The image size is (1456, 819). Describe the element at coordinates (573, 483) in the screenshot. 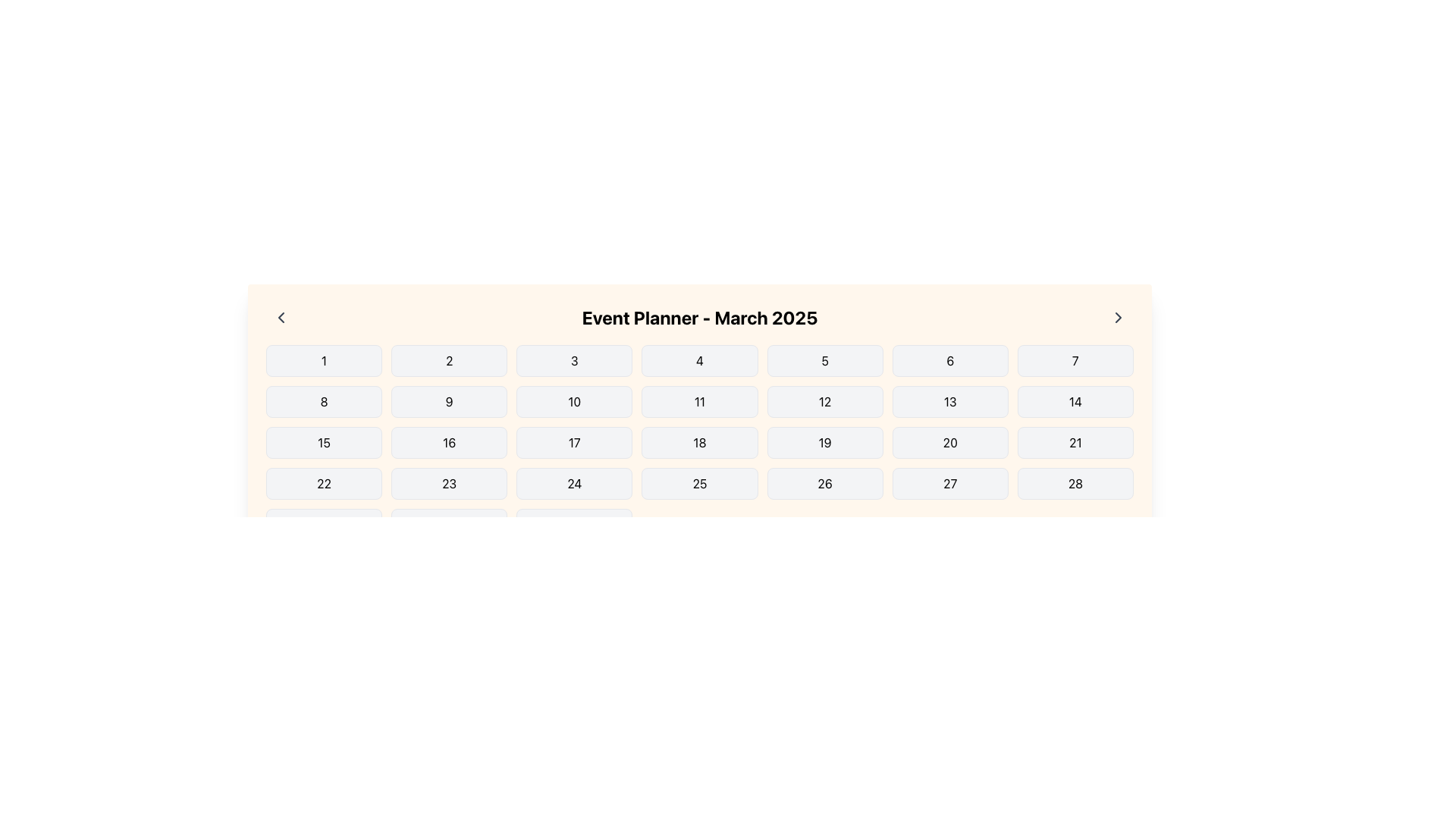

I see `the button representing the 24th day of the month in the calendar layout` at that location.